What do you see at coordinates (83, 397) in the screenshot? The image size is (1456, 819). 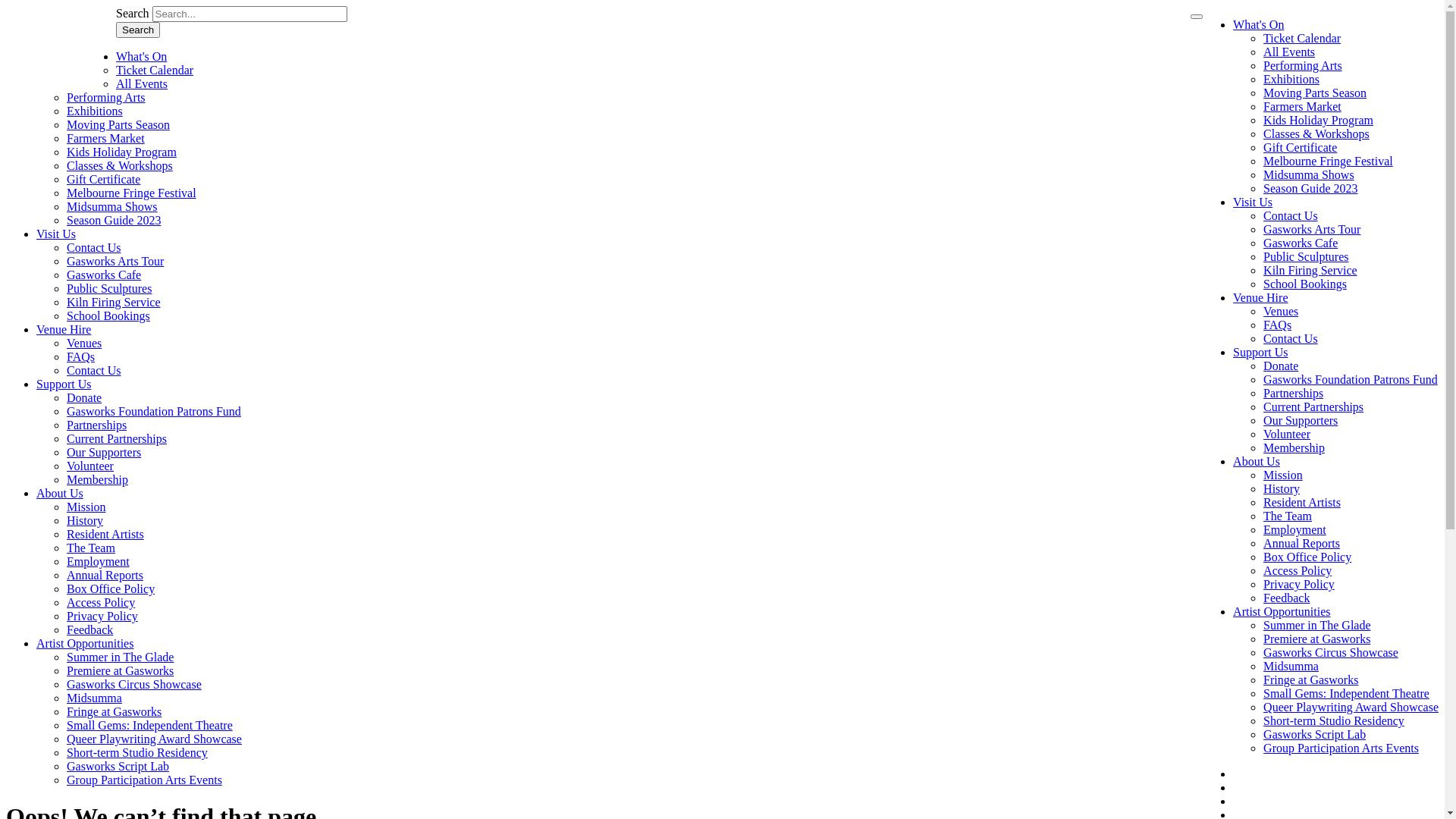 I see `'Donate'` at bounding box center [83, 397].